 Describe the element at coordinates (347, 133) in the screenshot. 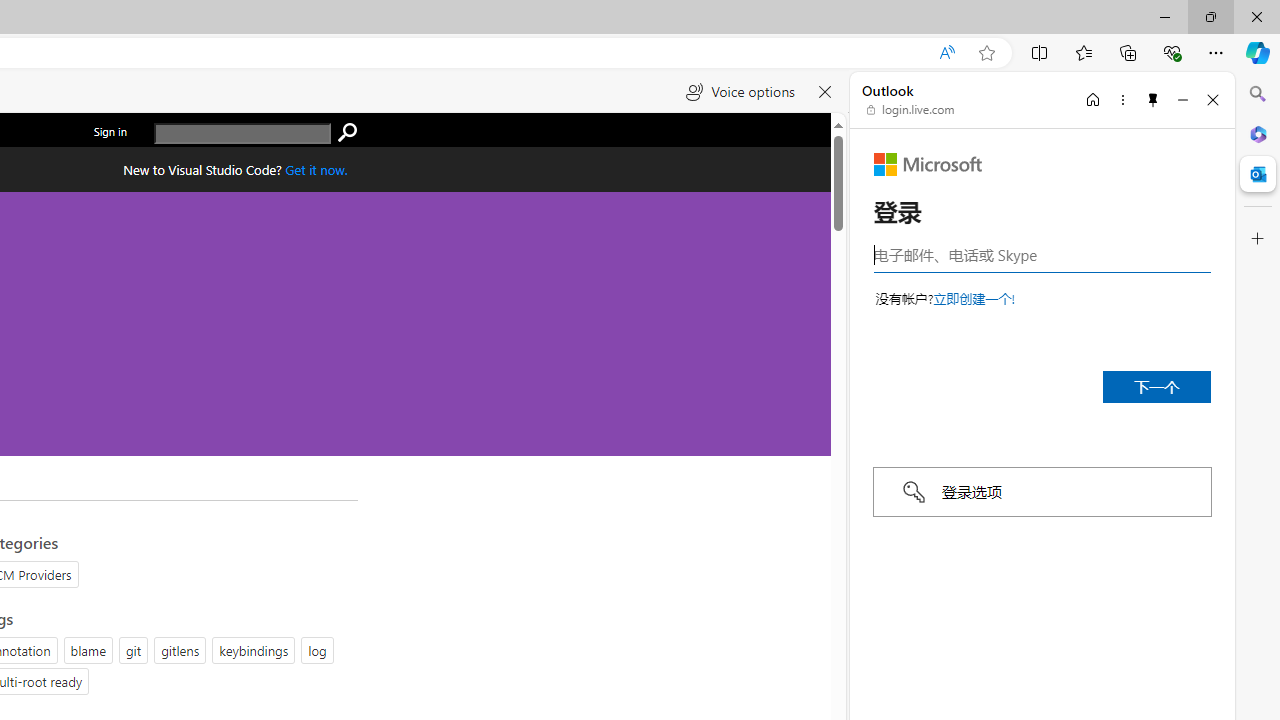

I see `'search'` at that location.